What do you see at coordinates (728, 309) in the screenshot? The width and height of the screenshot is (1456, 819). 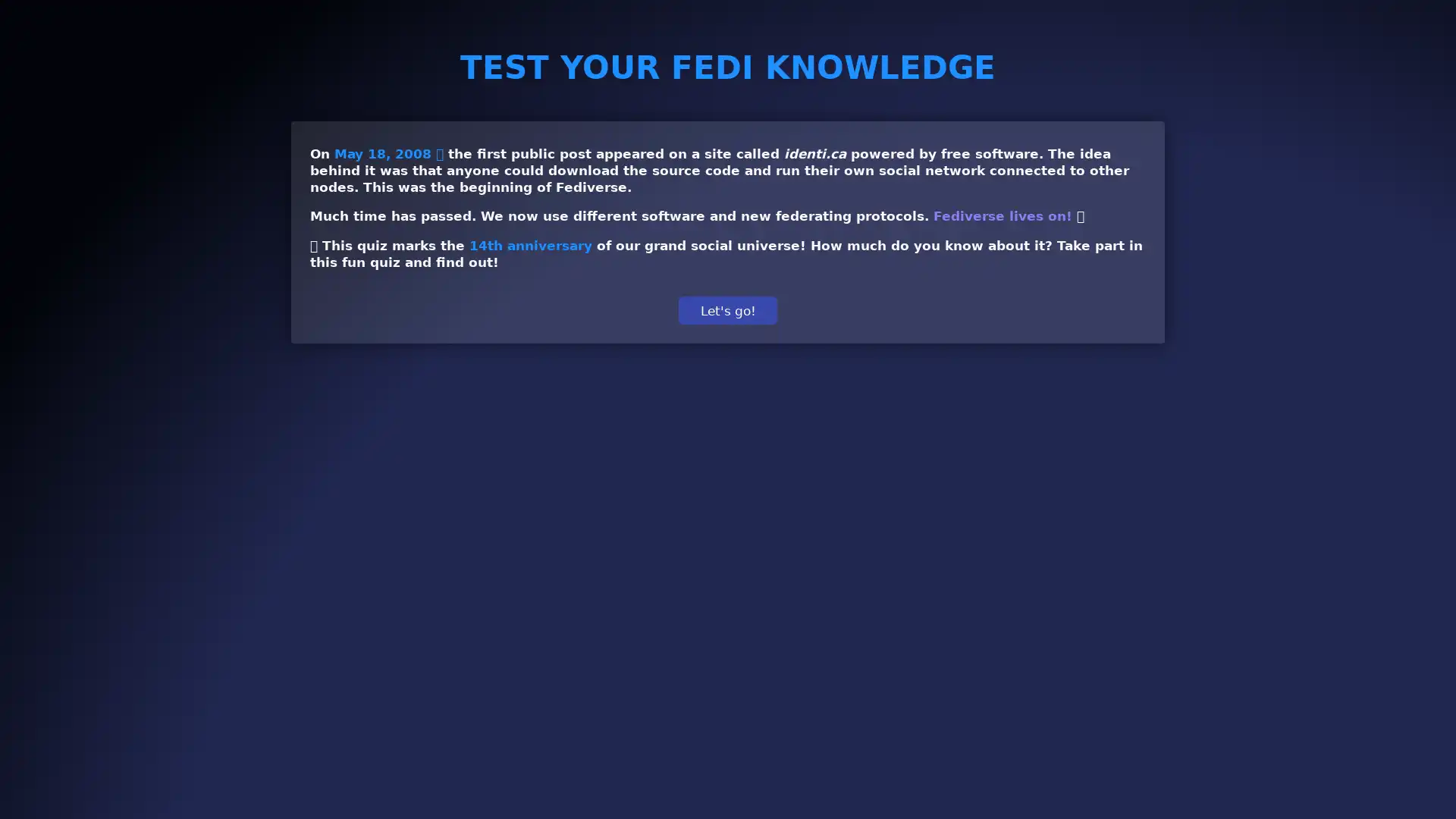 I see `Let's go!` at bounding box center [728, 309].